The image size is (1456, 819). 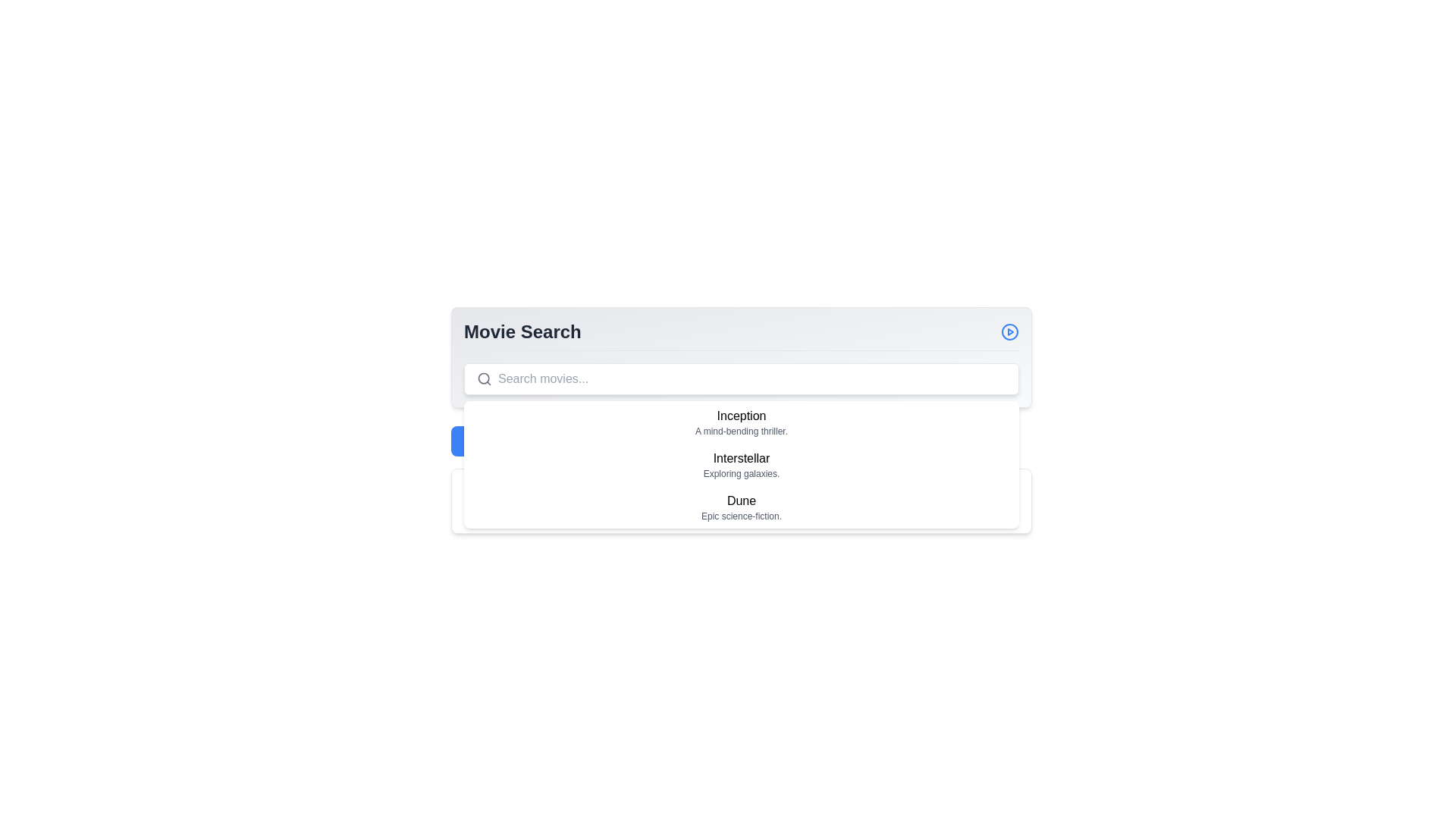 What do you see at coordinates (742, 464) in the screenshot?
I see `the second entry` at bounding box center [742, 464].